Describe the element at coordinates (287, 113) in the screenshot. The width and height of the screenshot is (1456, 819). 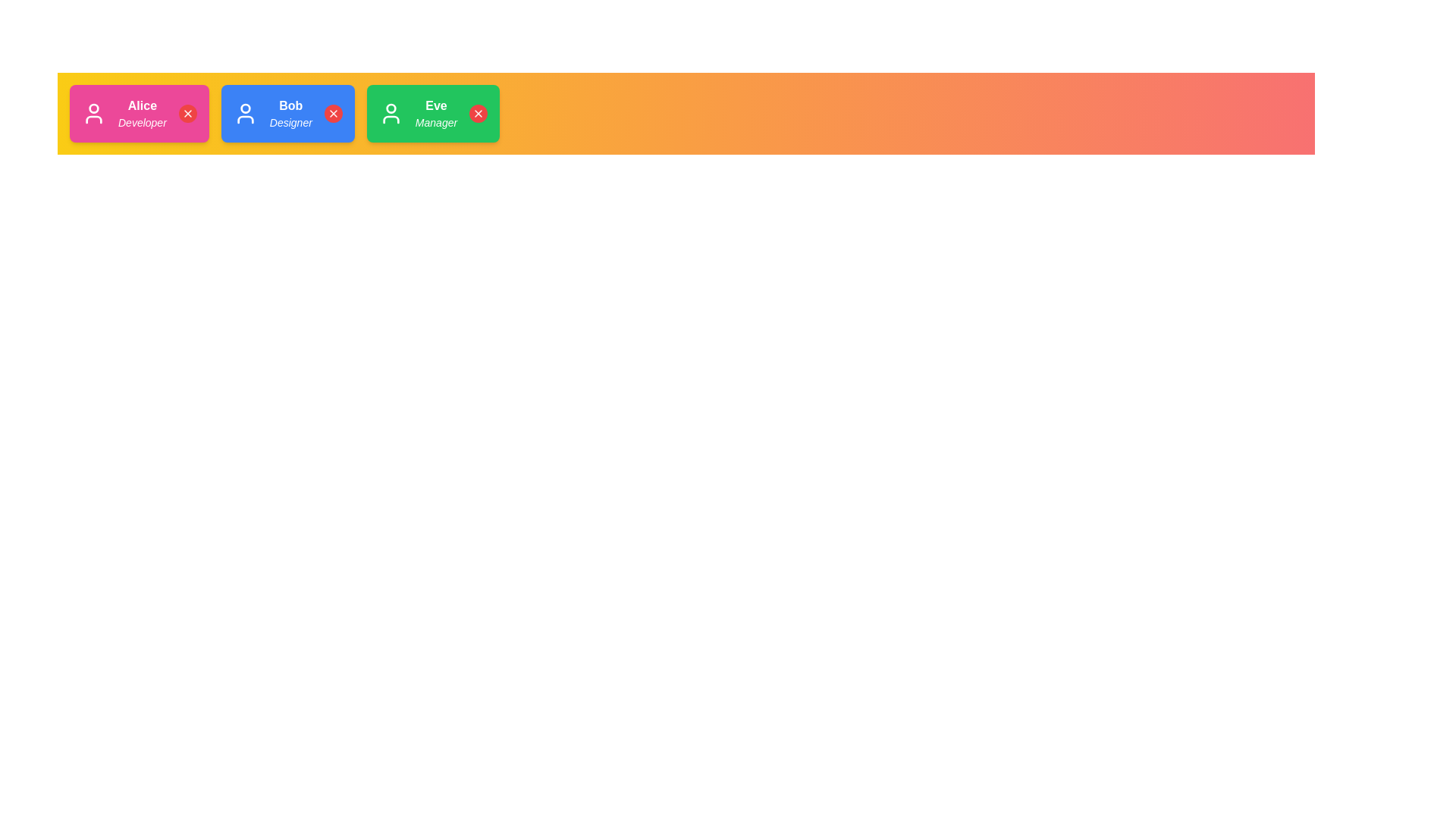
I see `the avatar chip corresponding to Bob` at that location.